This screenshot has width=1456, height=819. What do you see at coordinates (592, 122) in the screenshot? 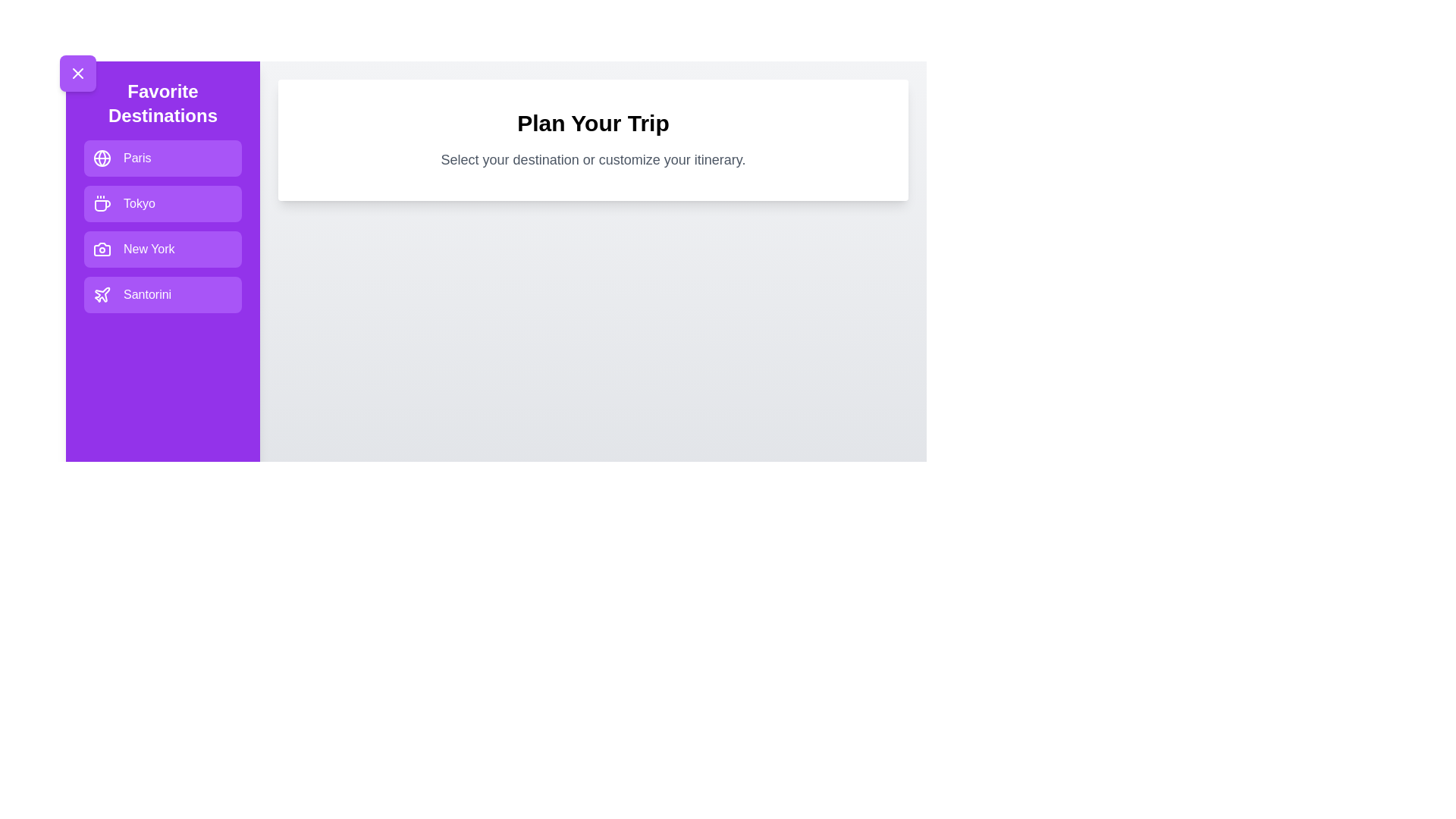
I see `the 'Plan Your Trip' title to highlight it` at bounding box center [592, 122].